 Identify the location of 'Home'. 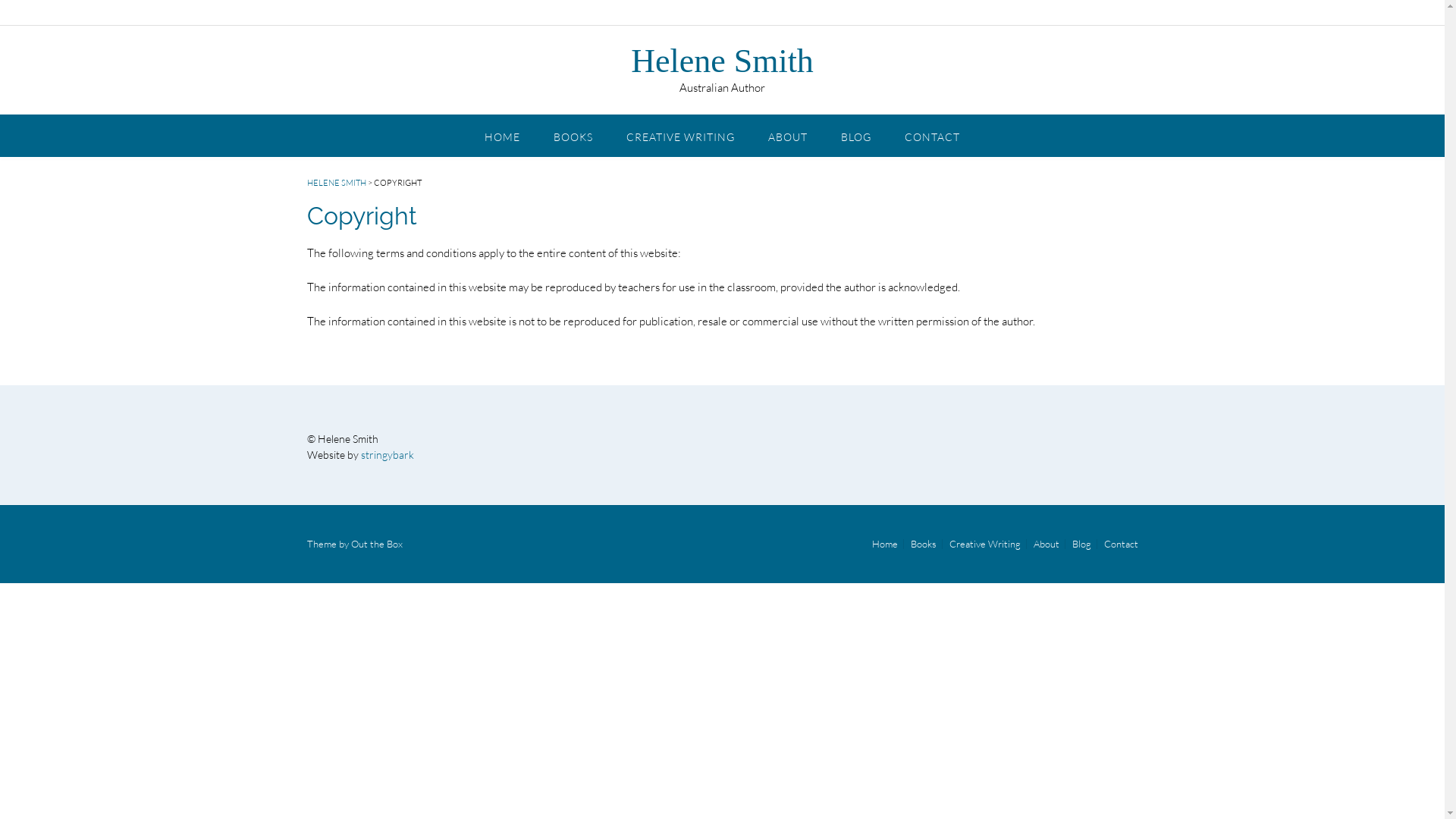
(884, 543).